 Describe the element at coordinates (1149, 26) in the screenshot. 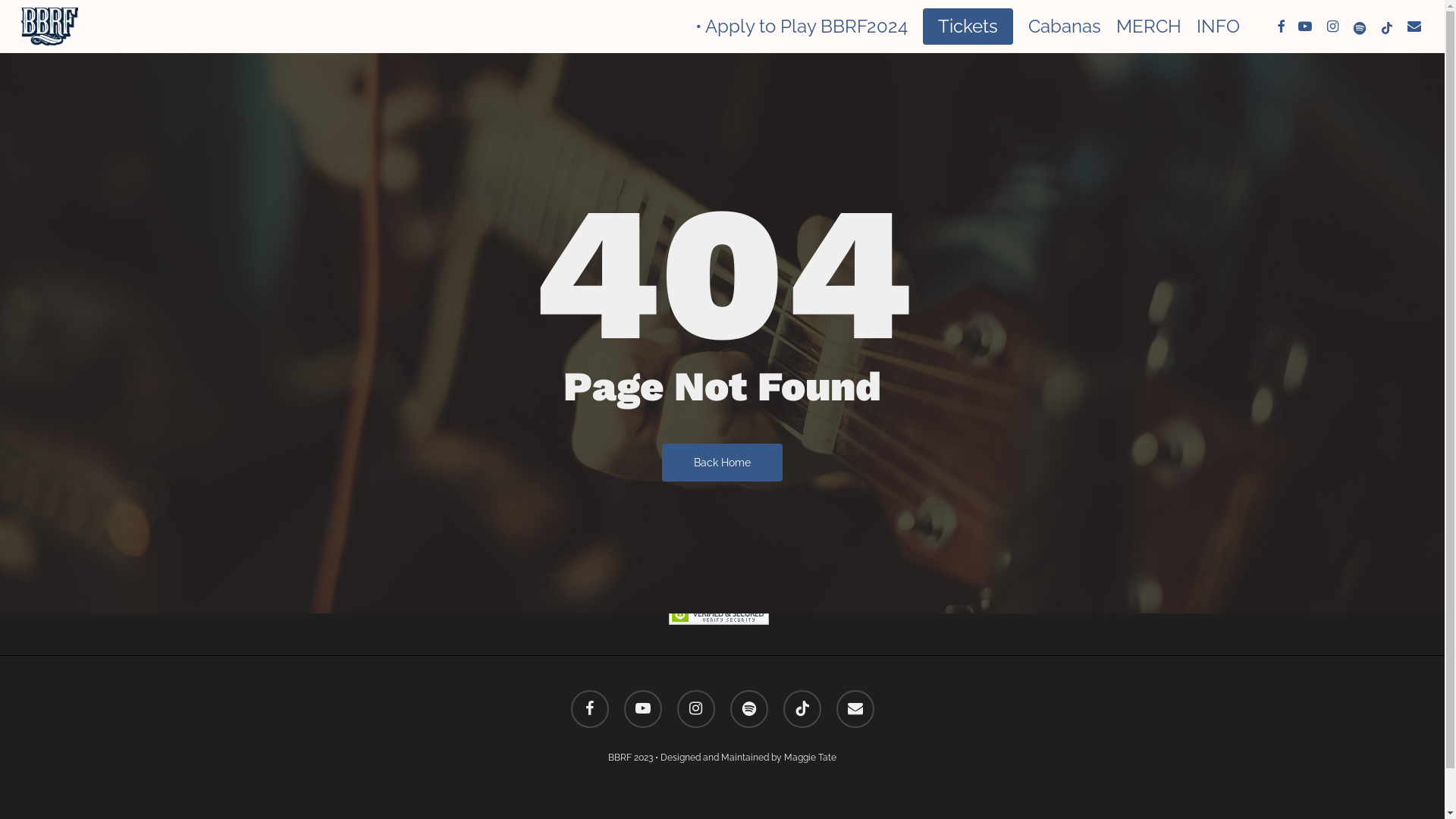

I see `'MERCH'` at that location.